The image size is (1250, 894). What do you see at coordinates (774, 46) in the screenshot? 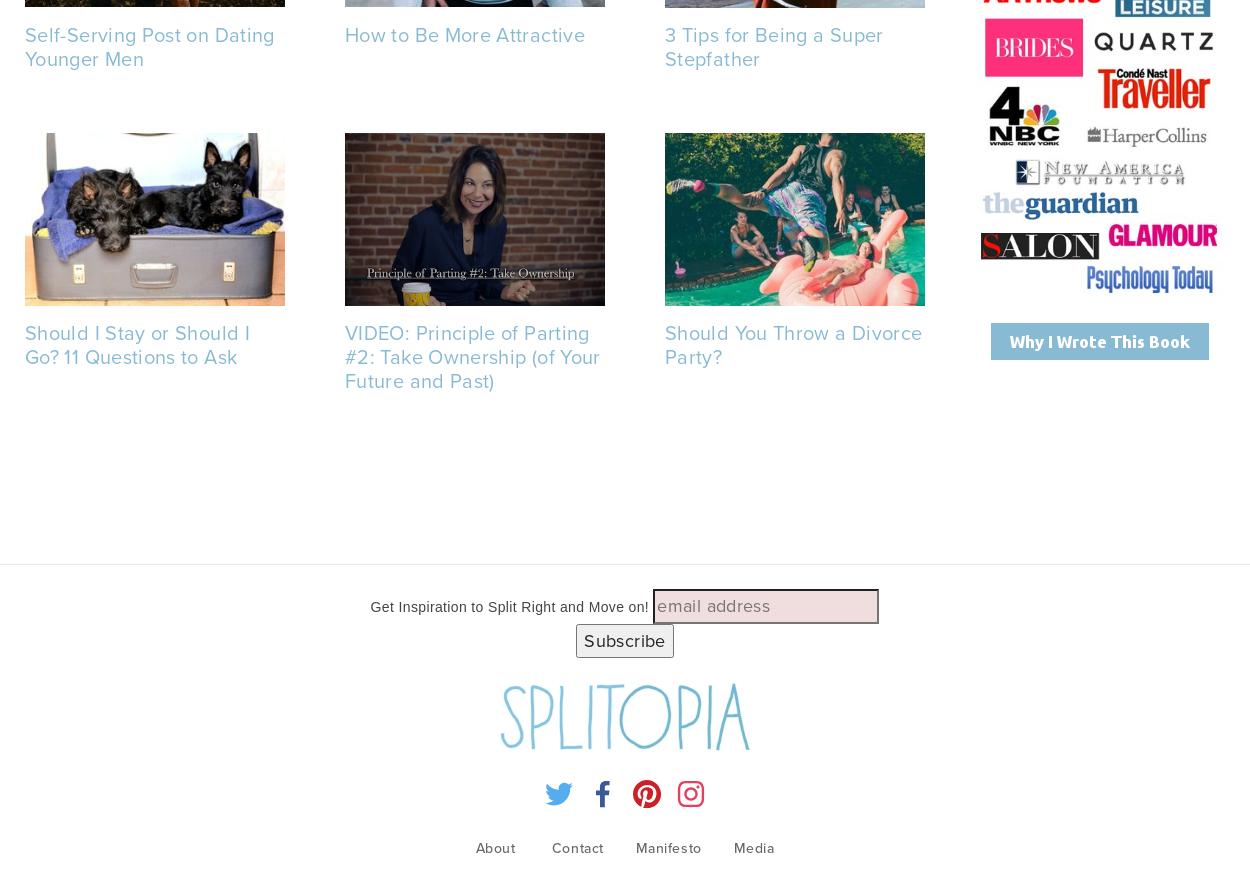
I see `'3 Tips for Being a Super Stepfather'` at bounding box center [774, 46].